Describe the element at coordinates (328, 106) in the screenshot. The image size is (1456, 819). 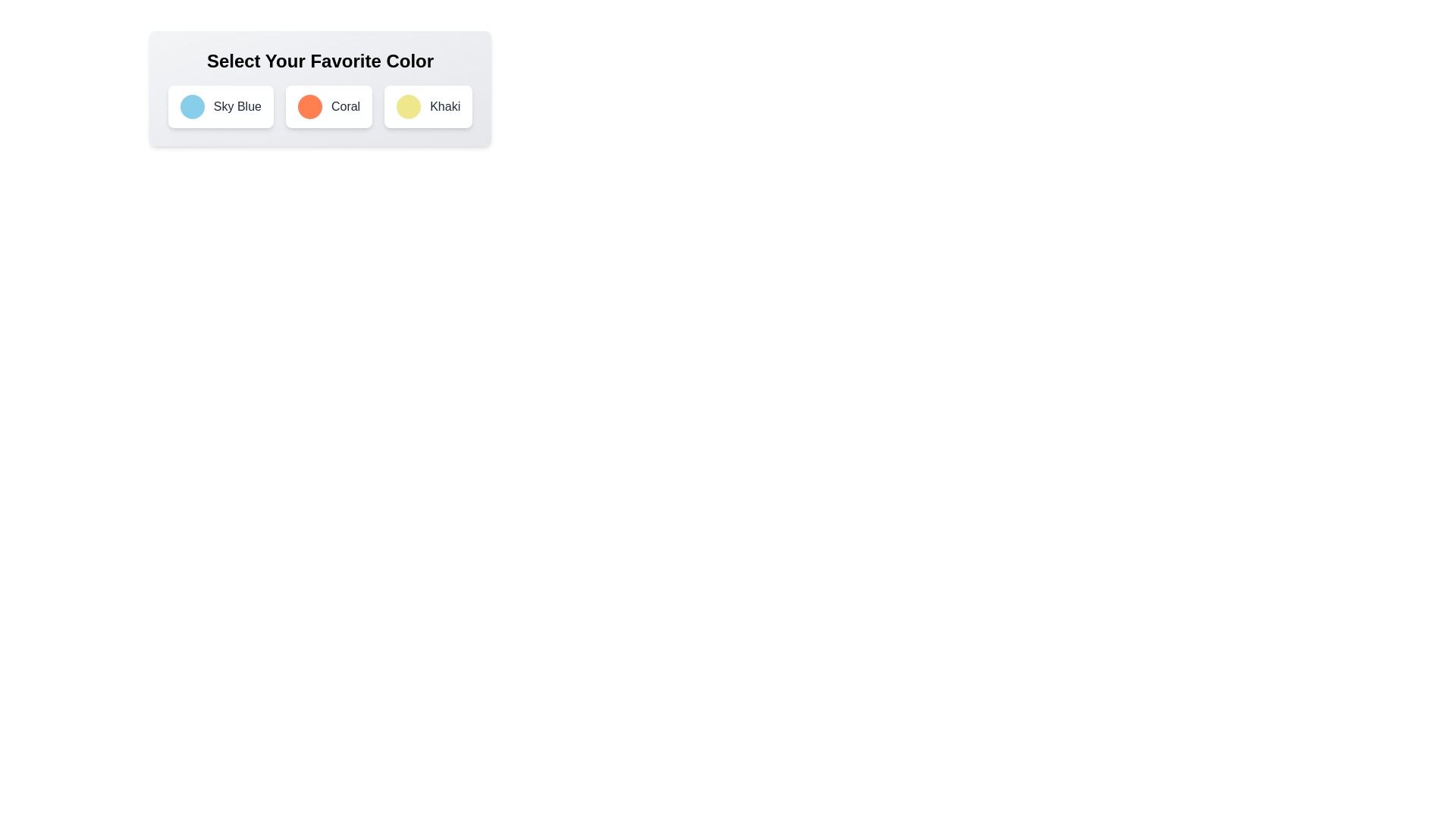
I see `the layout of the swatches by selecting Coral` at that location.